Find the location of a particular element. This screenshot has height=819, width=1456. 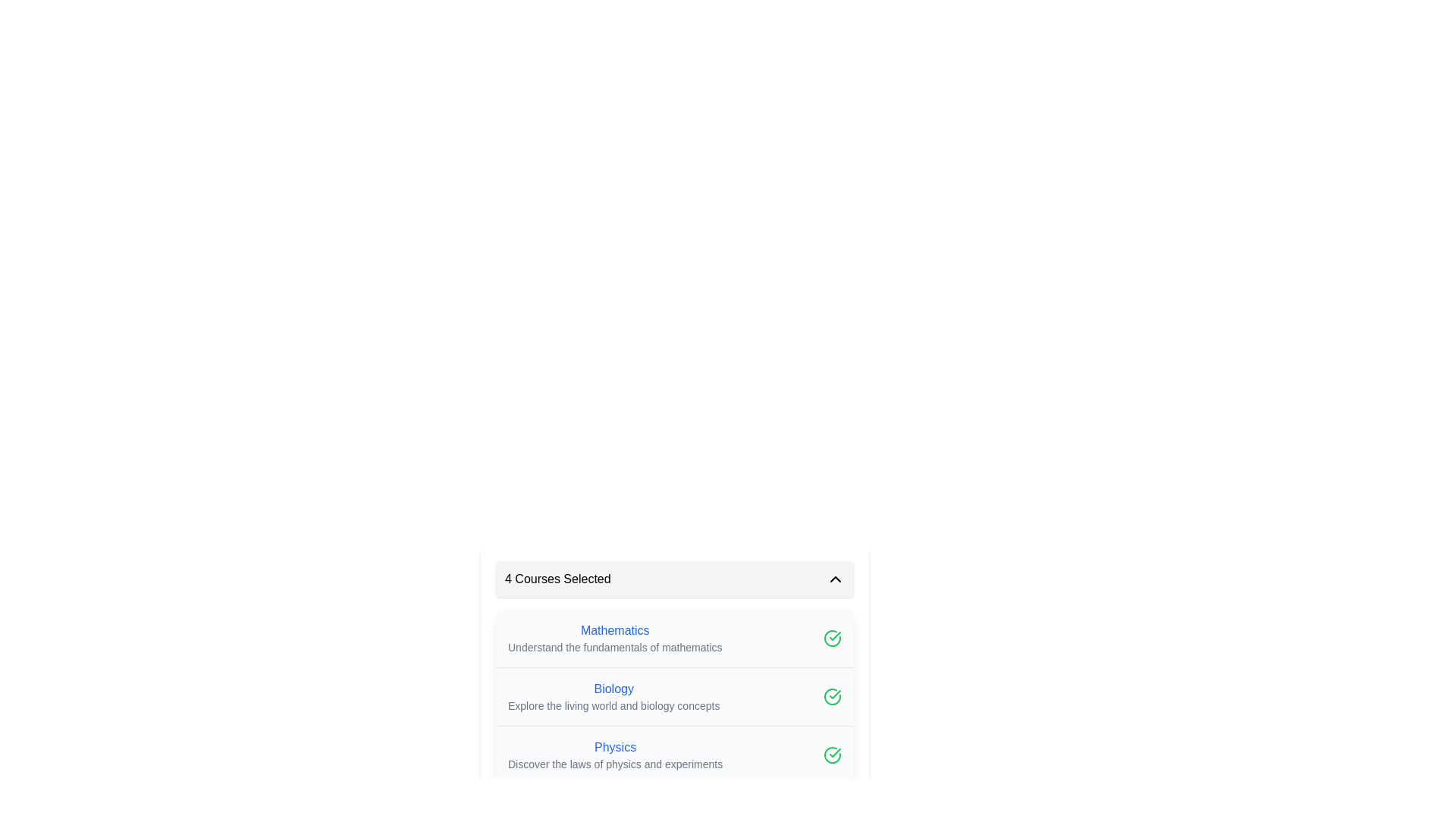

the visual indication of the green circular icon with a checkmark symbol, which signifies confirmation or completion, located to the far right of the row associated with 'Mathematics' is located at coordinates (832, 638).